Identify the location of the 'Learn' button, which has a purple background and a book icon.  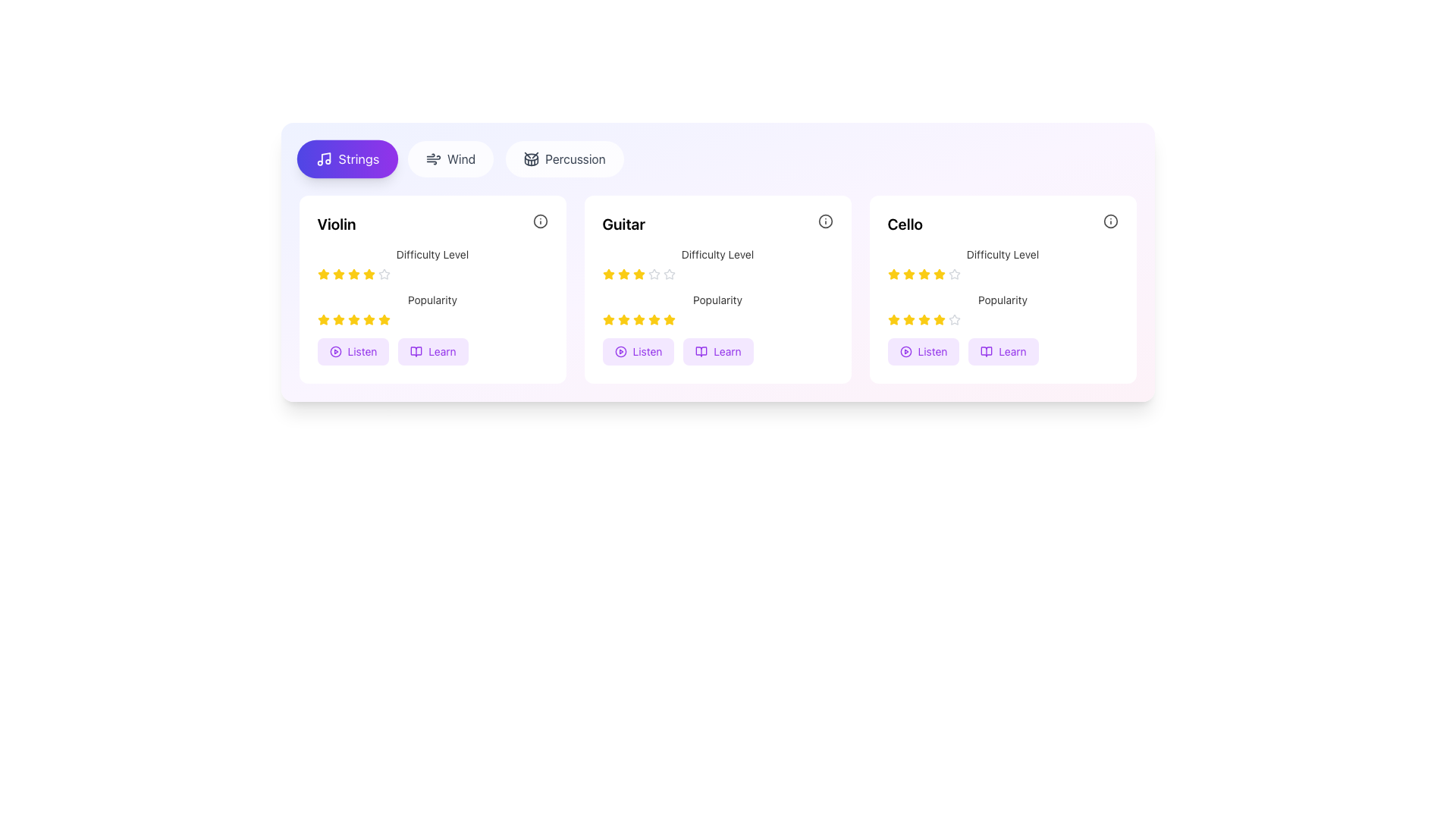
(1003, 351).